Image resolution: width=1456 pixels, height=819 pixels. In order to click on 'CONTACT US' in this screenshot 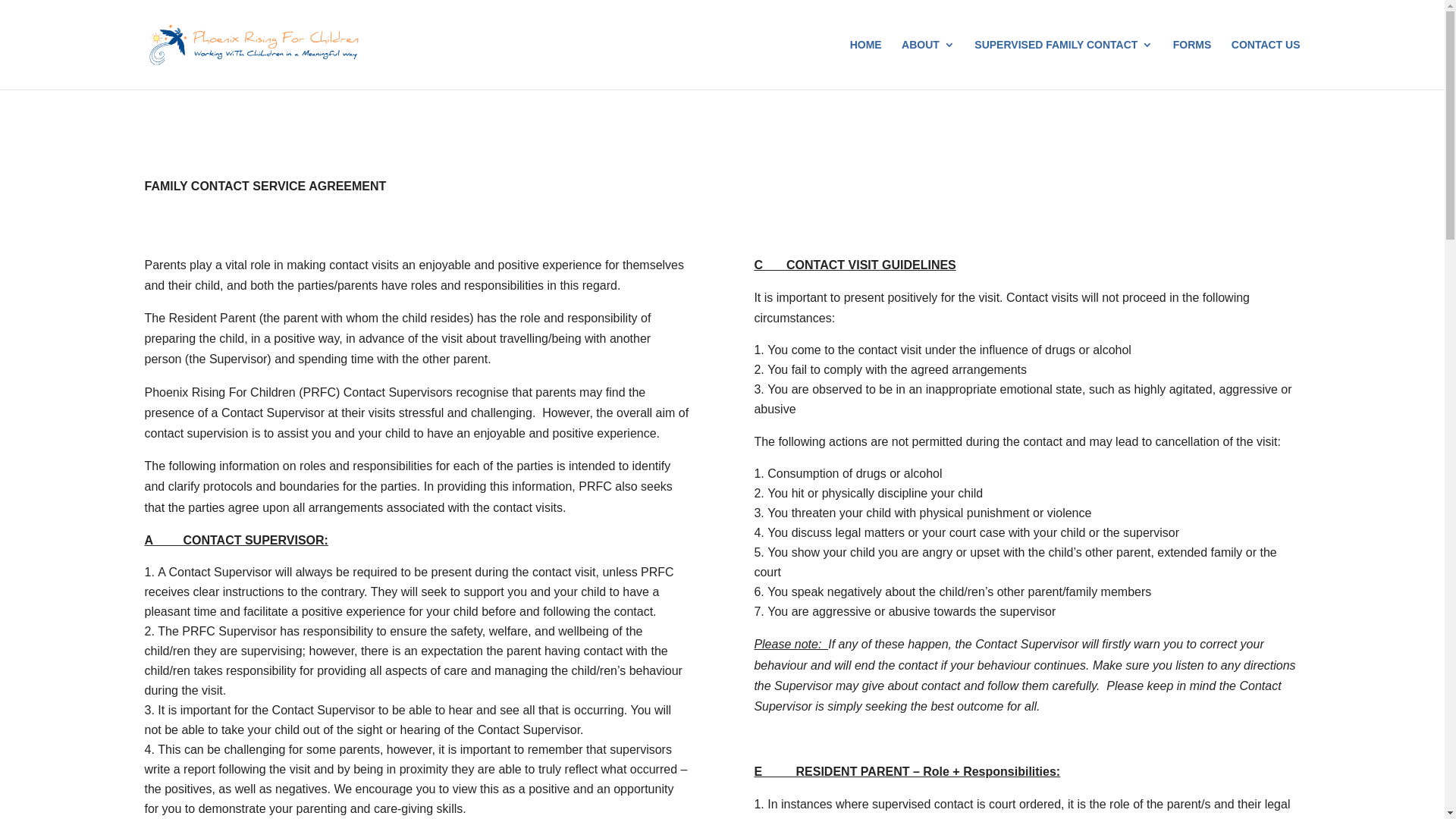, I will do `click(1266, 63)`.